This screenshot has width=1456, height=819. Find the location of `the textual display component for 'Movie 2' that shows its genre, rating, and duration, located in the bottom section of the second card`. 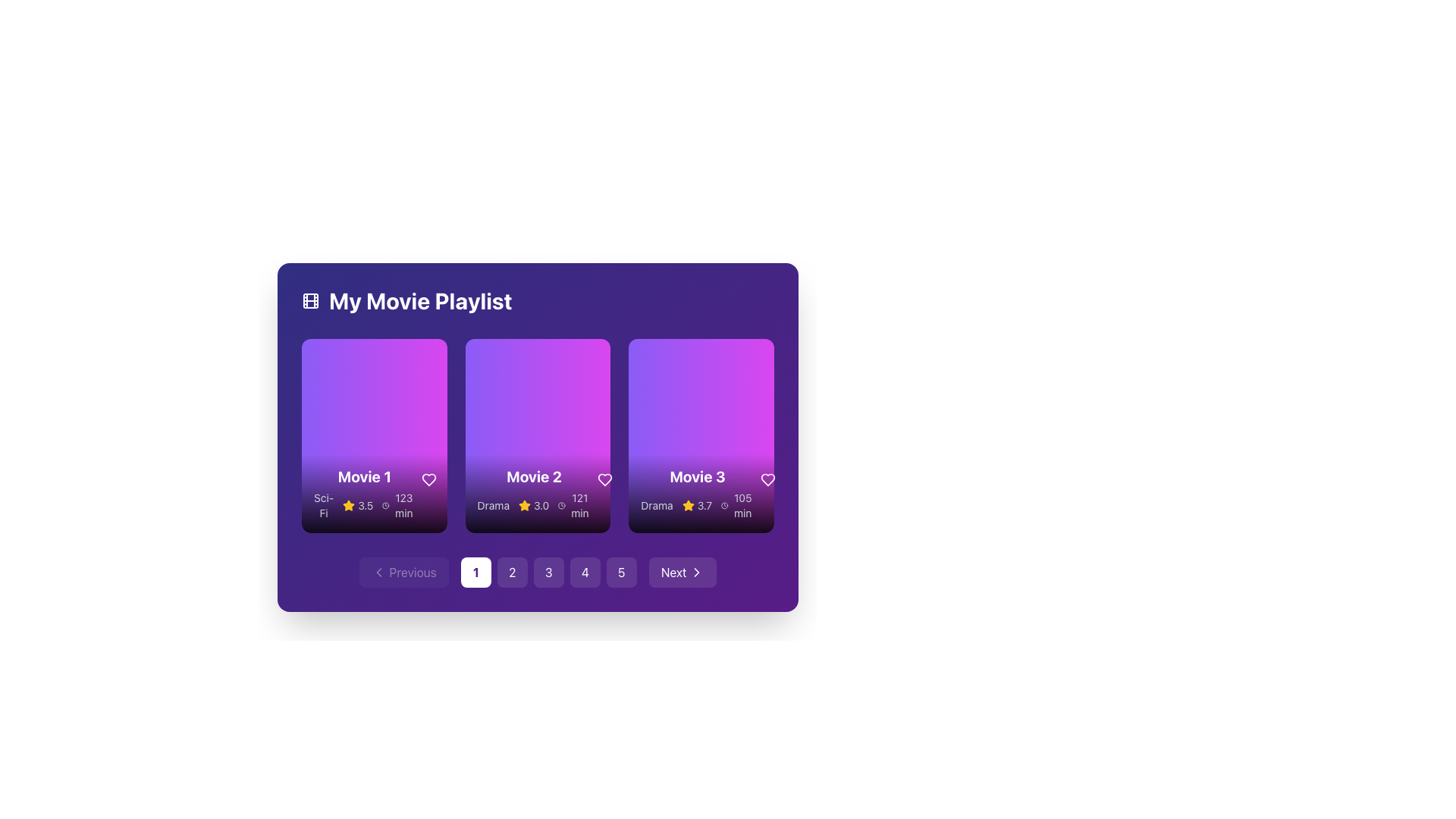

the textual display component for 'Movie 2' that shows its genre, rating, and duration, located in the bottom section of the second card is located at coordinates (538, 494).